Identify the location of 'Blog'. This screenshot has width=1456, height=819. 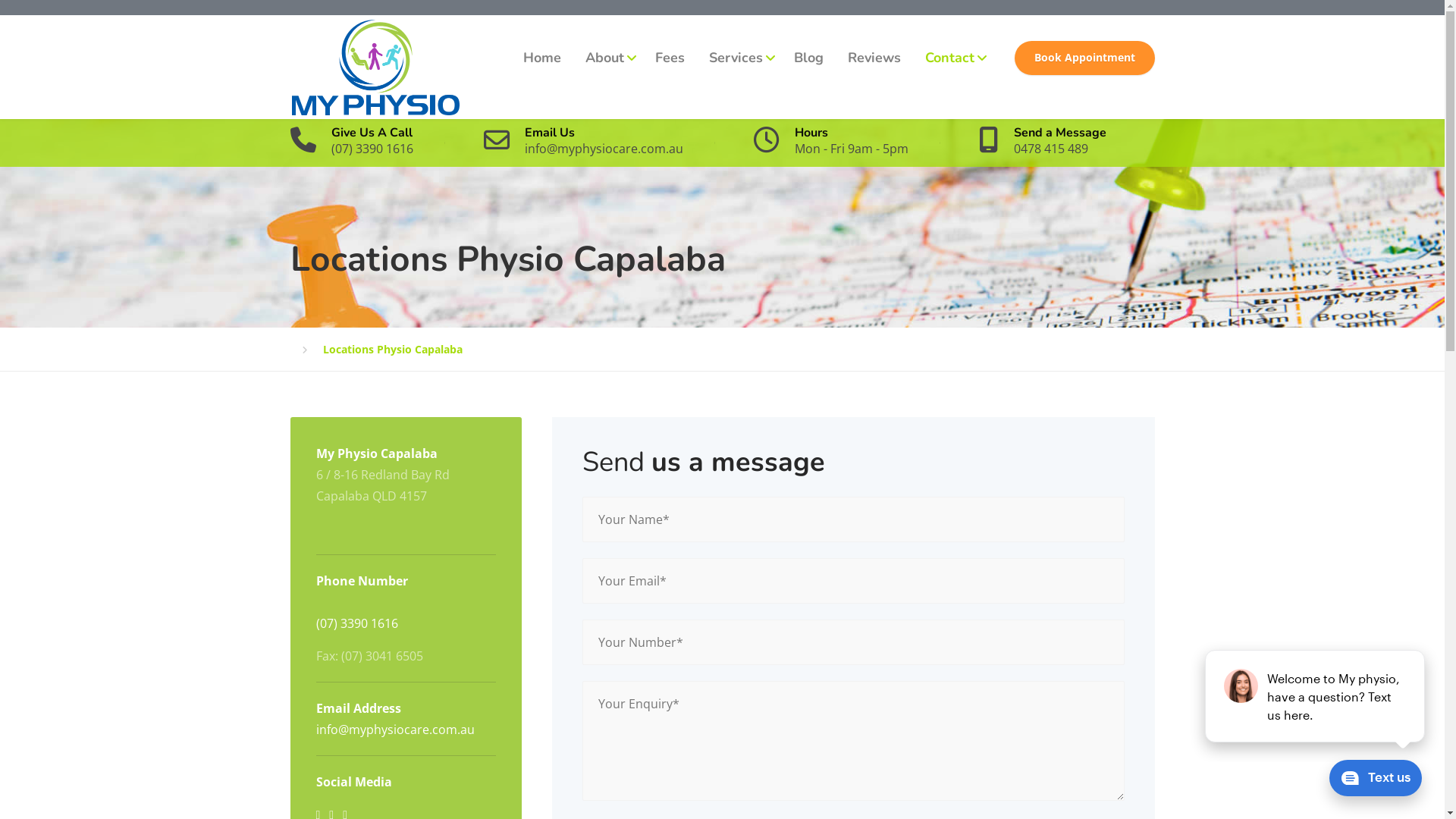
(783, 57).